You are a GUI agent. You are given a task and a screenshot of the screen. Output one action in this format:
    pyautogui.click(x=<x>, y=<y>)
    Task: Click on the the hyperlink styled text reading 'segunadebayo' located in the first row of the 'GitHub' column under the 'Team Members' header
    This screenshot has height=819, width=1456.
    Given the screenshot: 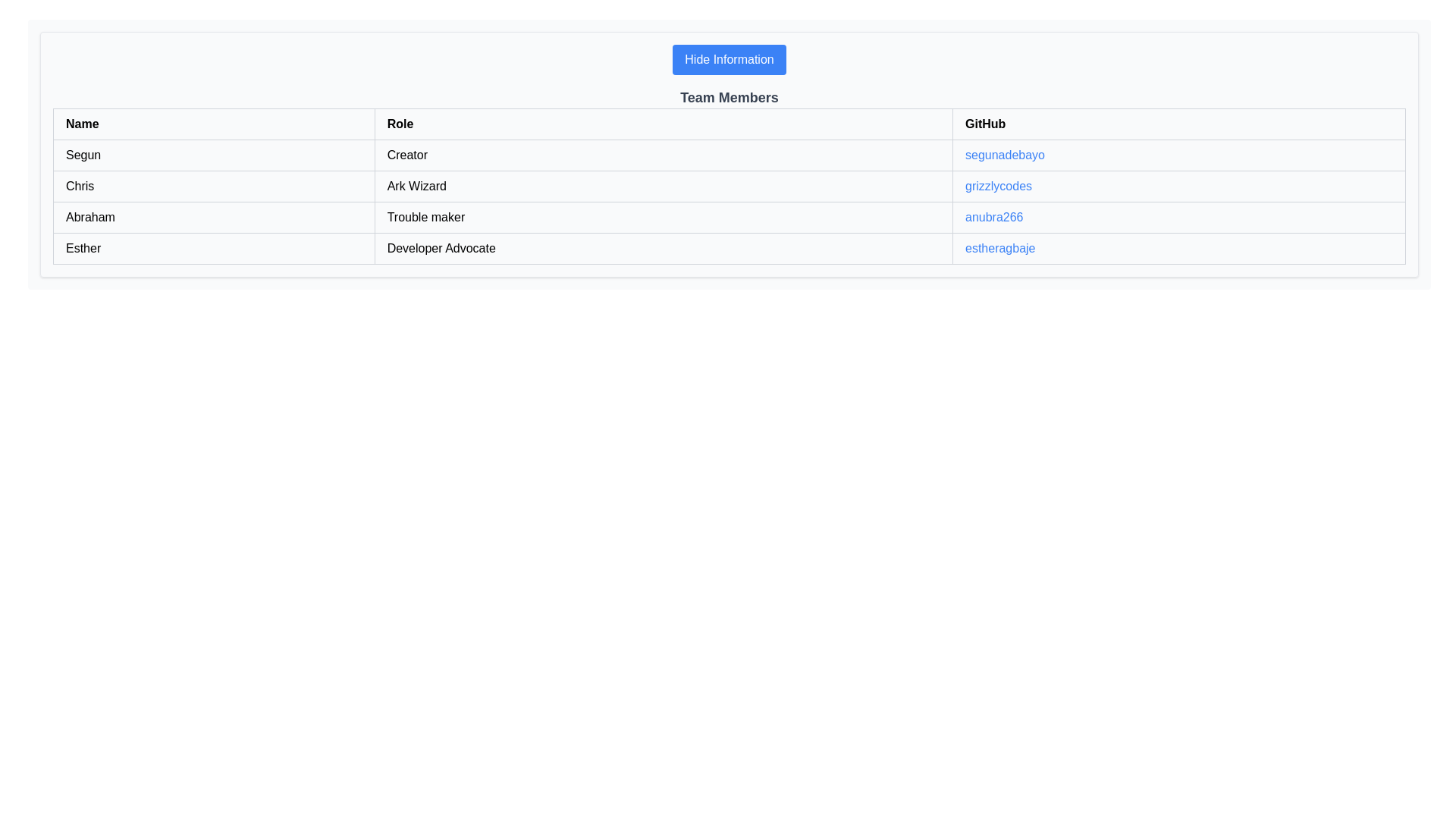 What is the action you would take?
    pyautogui.click(x=1005, y=155)
    